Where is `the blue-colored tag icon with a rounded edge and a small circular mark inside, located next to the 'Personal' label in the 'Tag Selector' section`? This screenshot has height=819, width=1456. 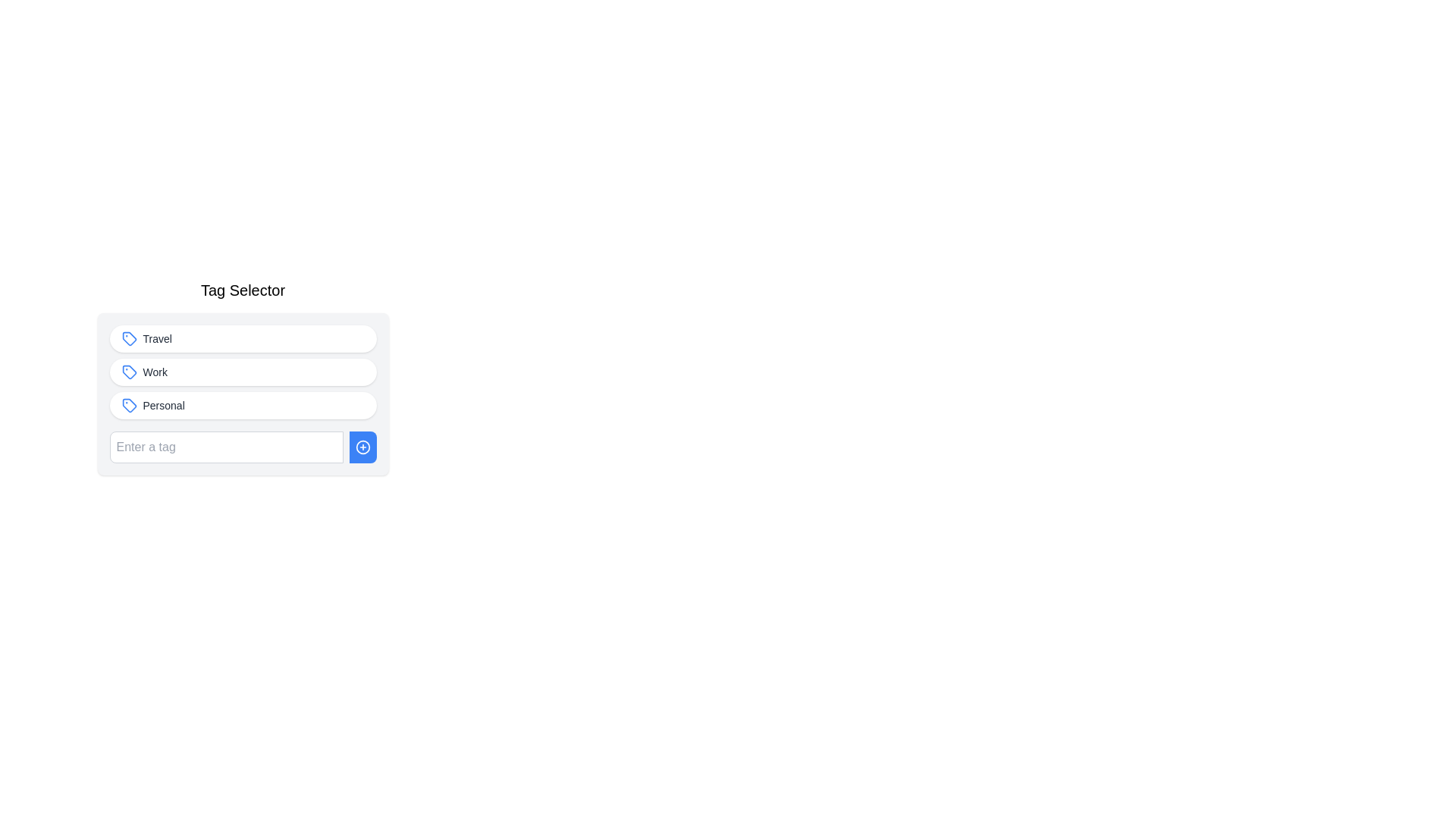
the blue-colored tag icon with a rounded edge and a small circular mark inside, located next to the 'Personal' label in the 'Tag Selector' section is located at coordinates (129, 405).